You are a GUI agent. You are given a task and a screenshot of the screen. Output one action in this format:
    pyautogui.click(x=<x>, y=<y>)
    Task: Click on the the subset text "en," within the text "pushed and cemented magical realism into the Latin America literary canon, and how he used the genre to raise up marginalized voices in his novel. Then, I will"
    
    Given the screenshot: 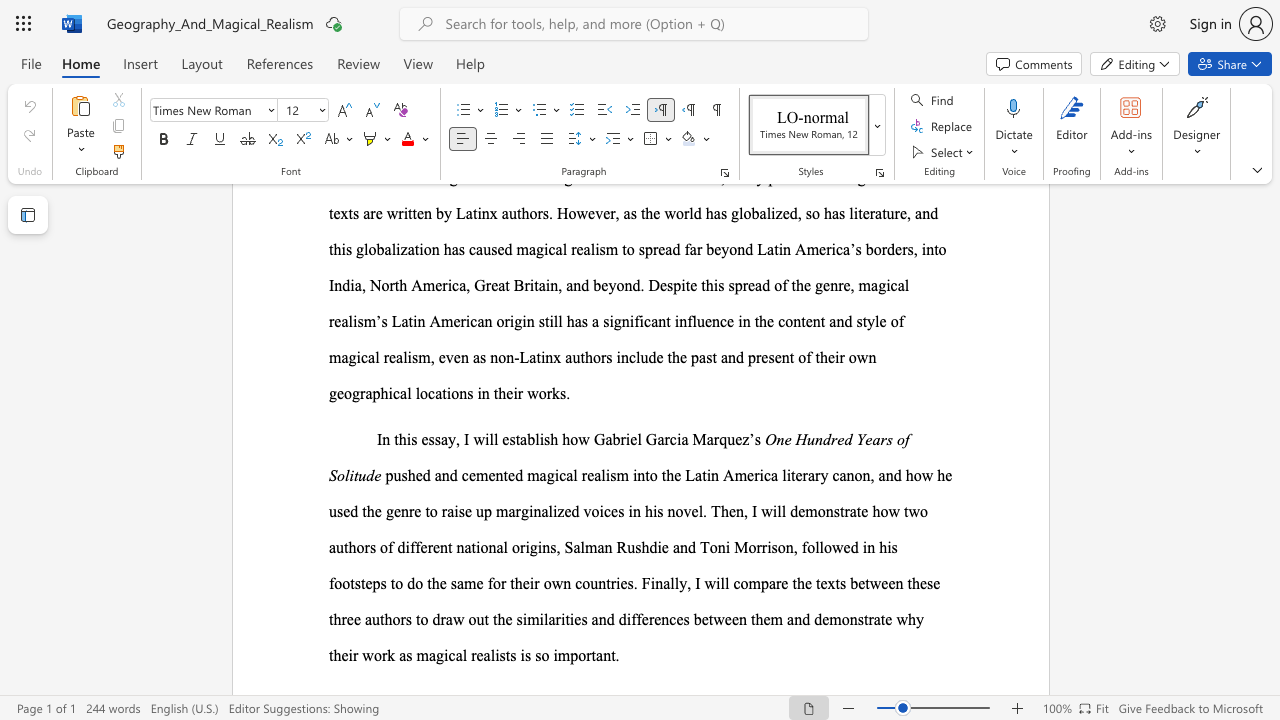 What is the action you would take?
    pyautogui.click(x=727, y=510)
    